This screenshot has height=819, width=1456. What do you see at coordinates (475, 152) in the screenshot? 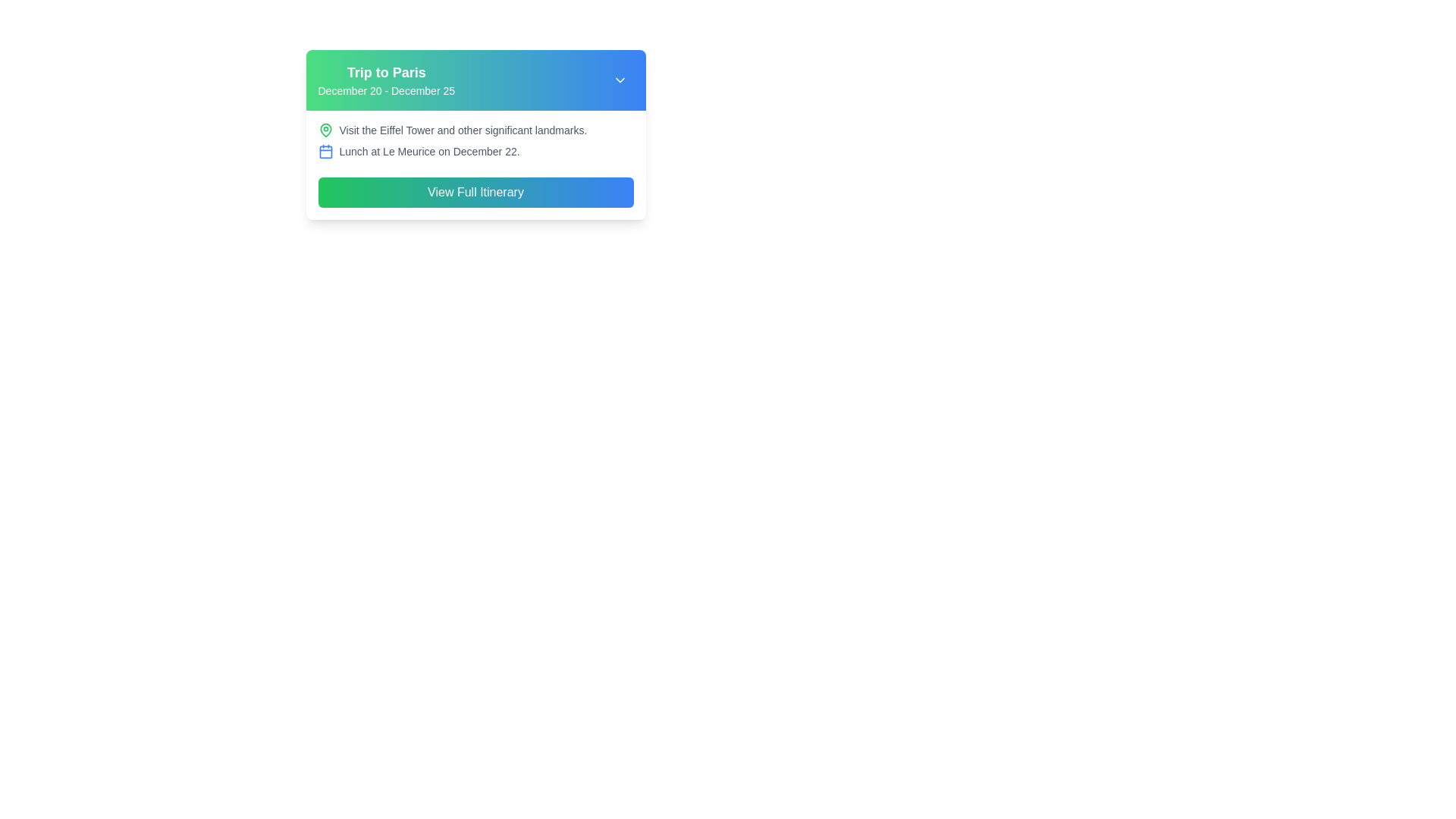
I see `the informational text label displaying 'Lunch at Le Meurice' in the itinerary, which is positioned between 'Visit the Eiffel Tower and other significant landmarks.' and the 'View Full Itinerary' button` at bounding box center [475, 152].